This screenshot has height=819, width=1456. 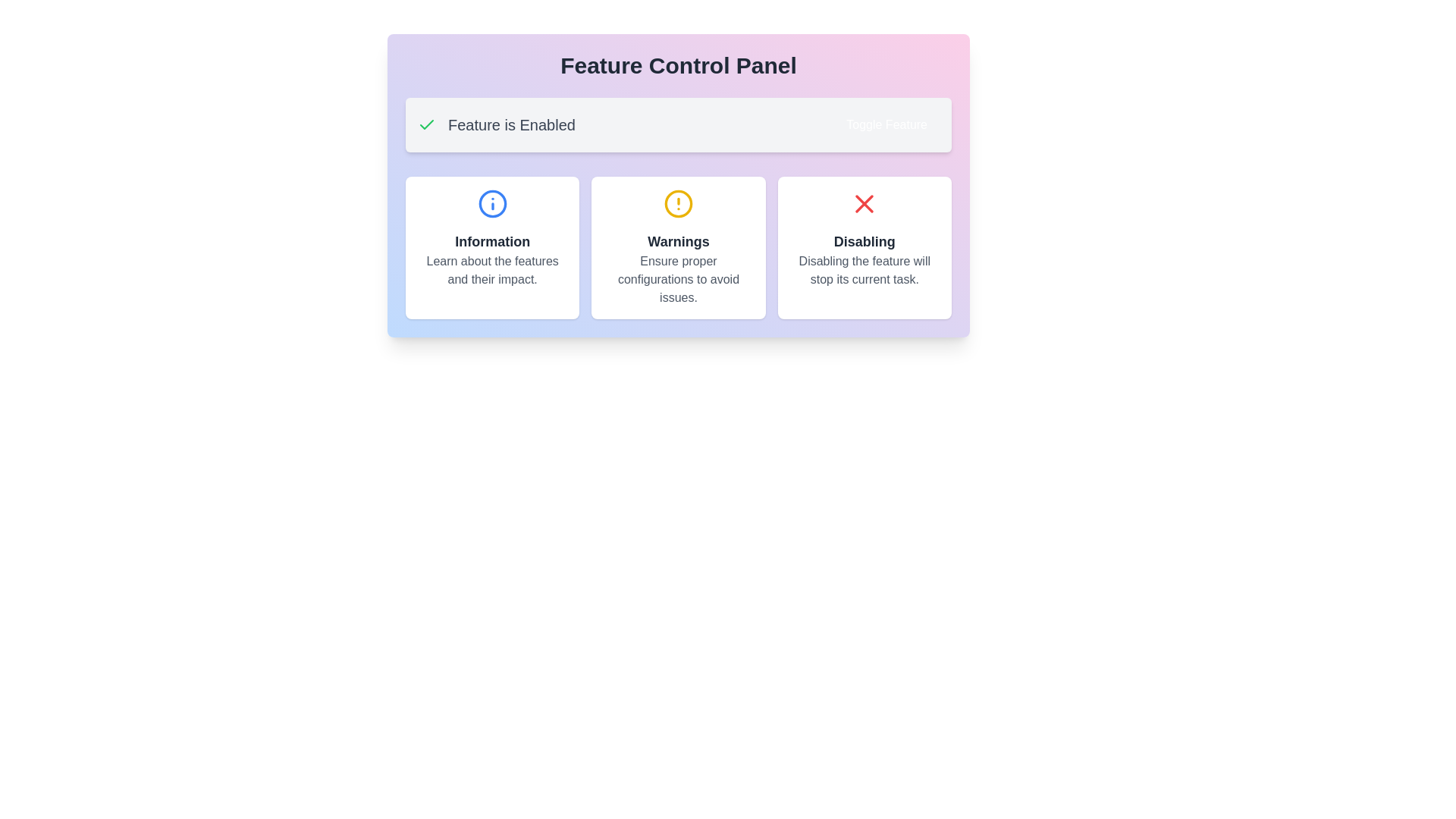 I want to click on the text label 'Disabling' which is styled in bold and large font, located in the rightmost card of three cards under the 'Feature Control Panel' header, so click(x=864, y=241).